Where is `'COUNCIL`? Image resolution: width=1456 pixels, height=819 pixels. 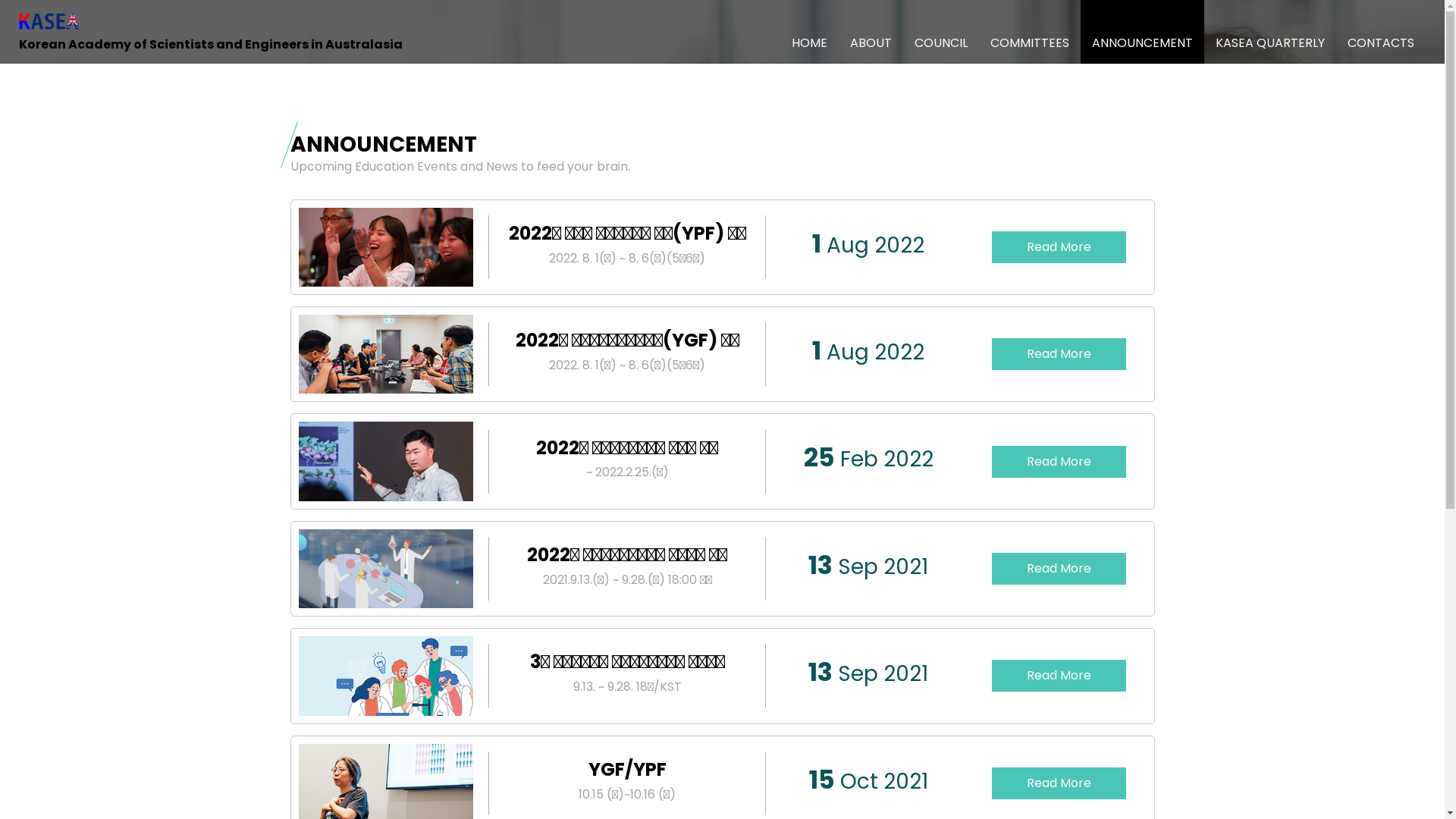 'COUNCIL is located at coordinates (940, 32).